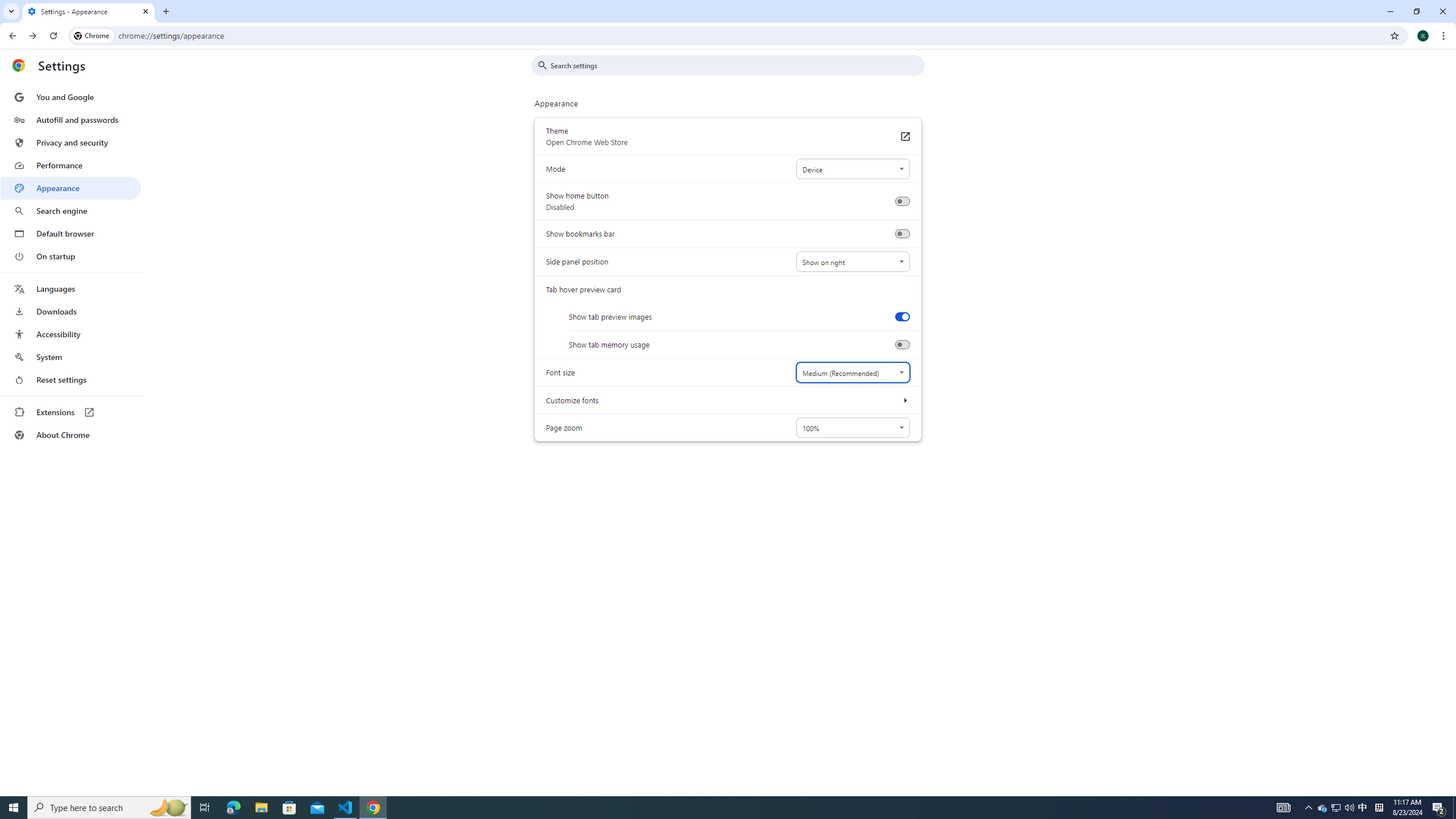 The height and width of the screenshot is (819, 1456). What do you see at coordinates (70, 119) in the screenshot?
I see `'Autofill and passwords'` at bounding box center [70, 119].